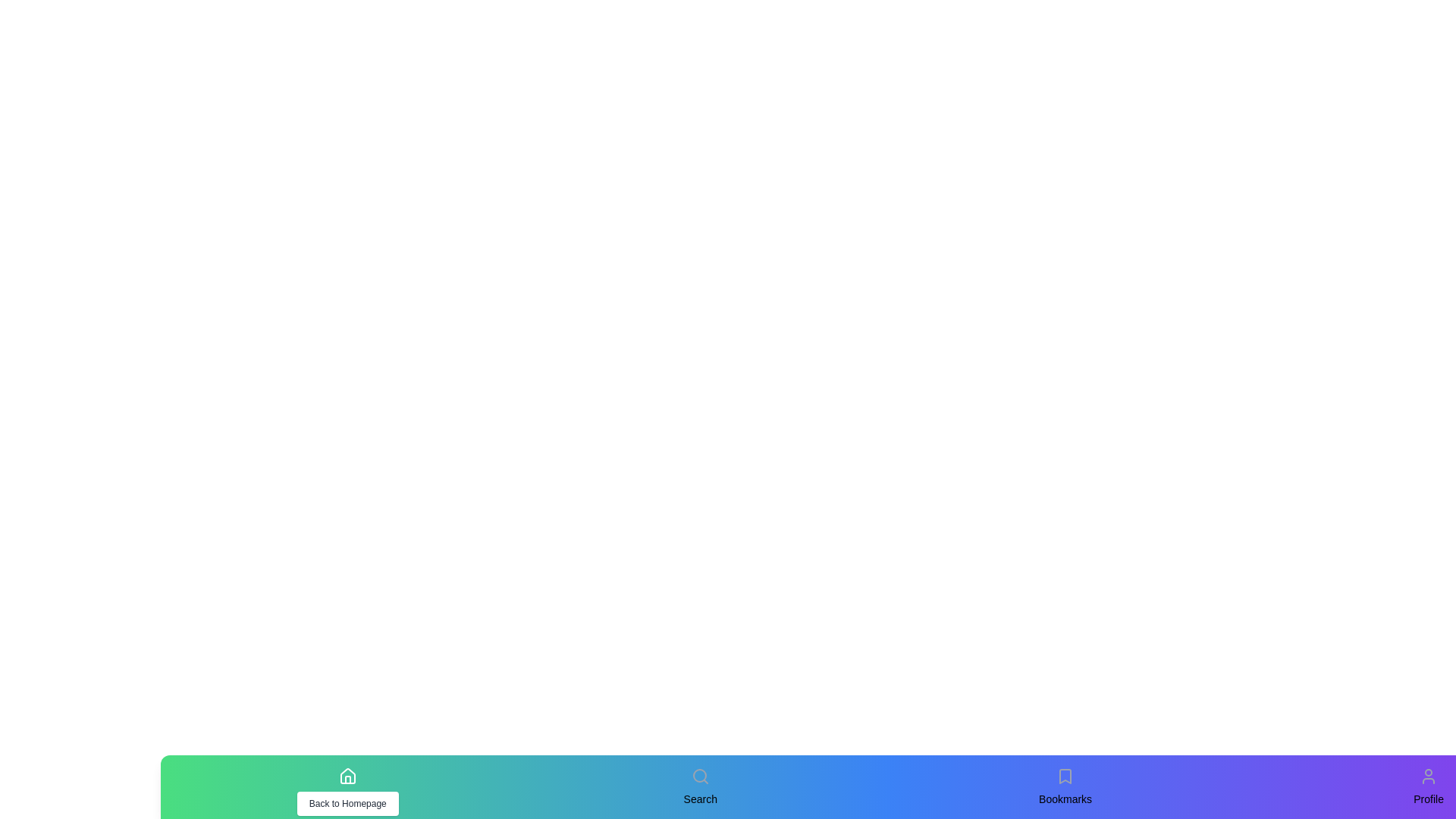 Image resolution: width=1456 pixels, height=819 pixels. What do you see at coordinates (347, 776) in the screenshot?
I see `the tab labeled Home to activate its functionality` at bounding box center [347, 776].